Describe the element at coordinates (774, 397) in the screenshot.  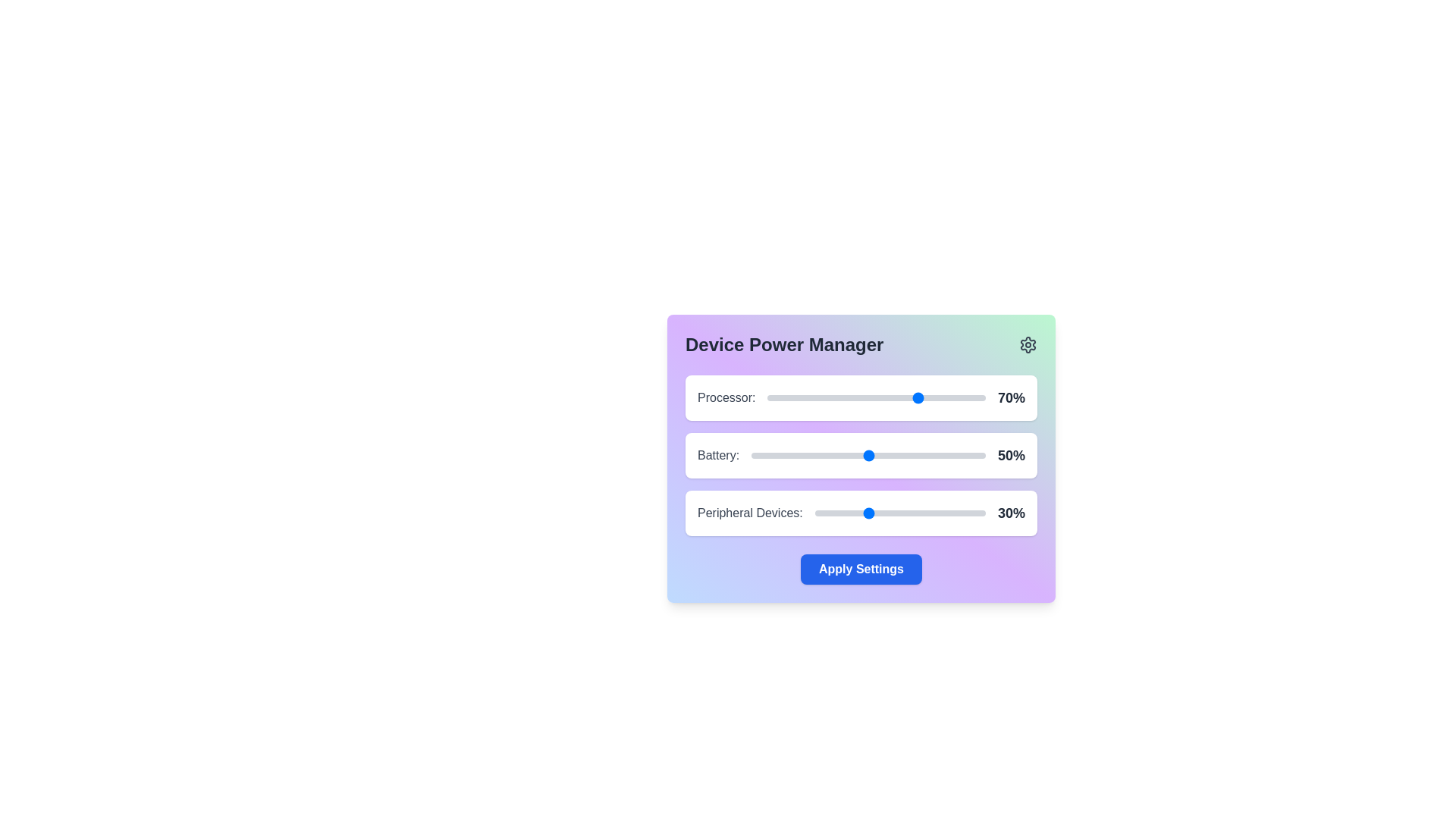
I see `the 'Processor' slider to 3% power` at that location.